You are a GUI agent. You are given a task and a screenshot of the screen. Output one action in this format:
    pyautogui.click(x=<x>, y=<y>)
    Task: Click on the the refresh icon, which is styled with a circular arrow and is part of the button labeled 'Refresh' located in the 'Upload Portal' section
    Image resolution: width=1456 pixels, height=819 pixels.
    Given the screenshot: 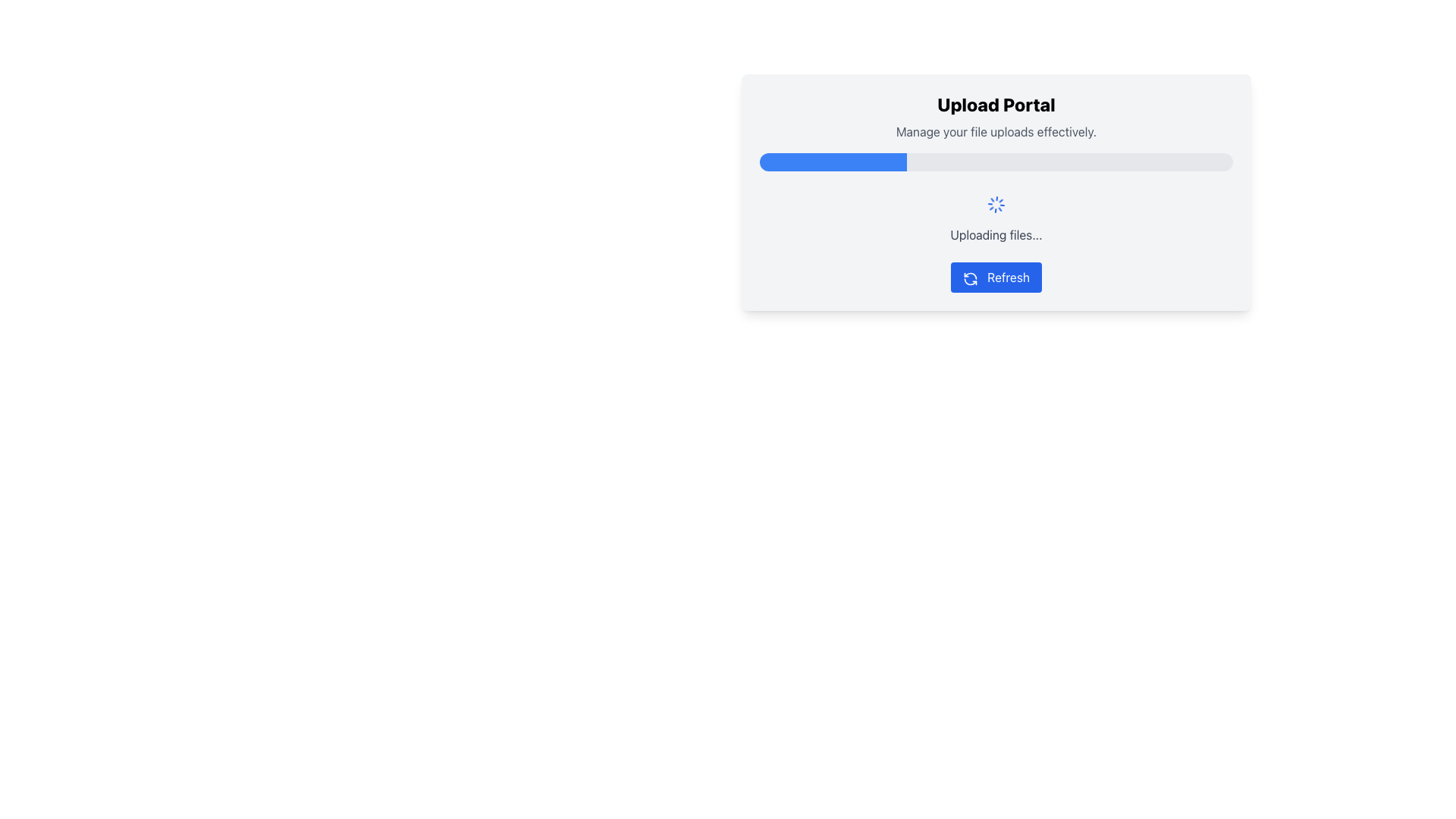 What is the action you would take?
    pyautogui.click(x=971, y=278)
    